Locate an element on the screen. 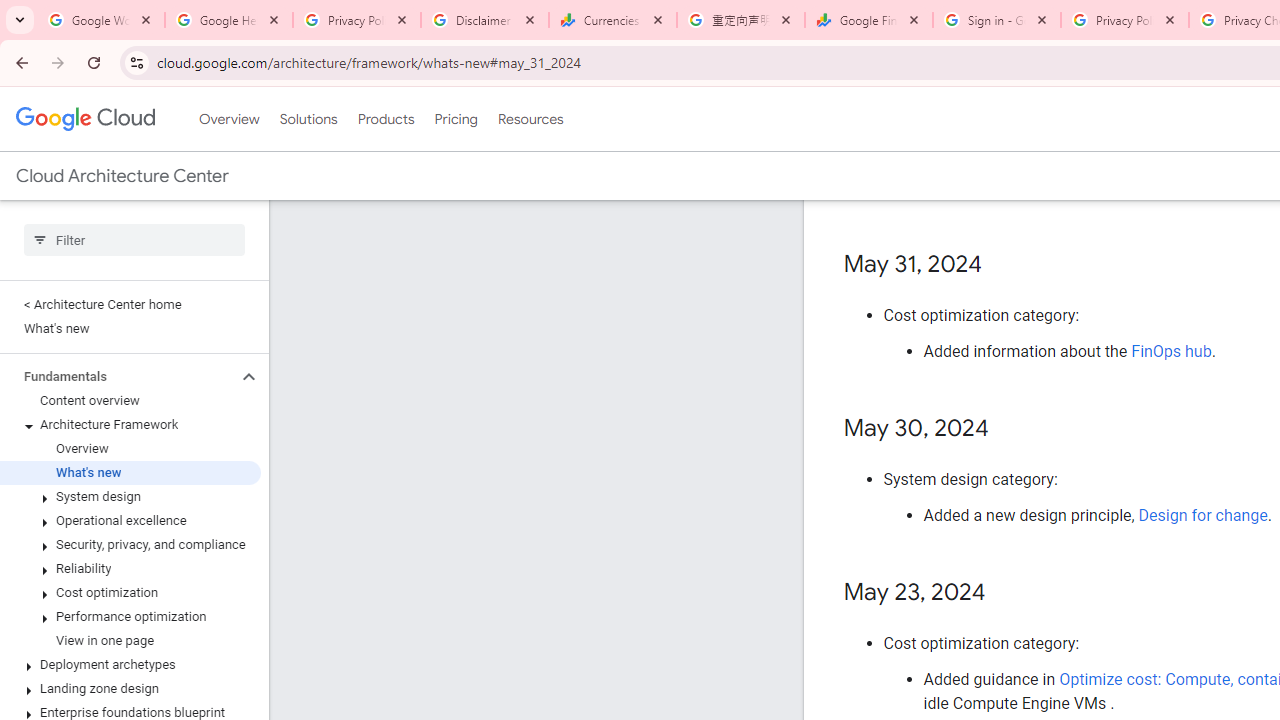  'Copy link to this section: May 30, 2024' is located at coordinates (1008, 428).